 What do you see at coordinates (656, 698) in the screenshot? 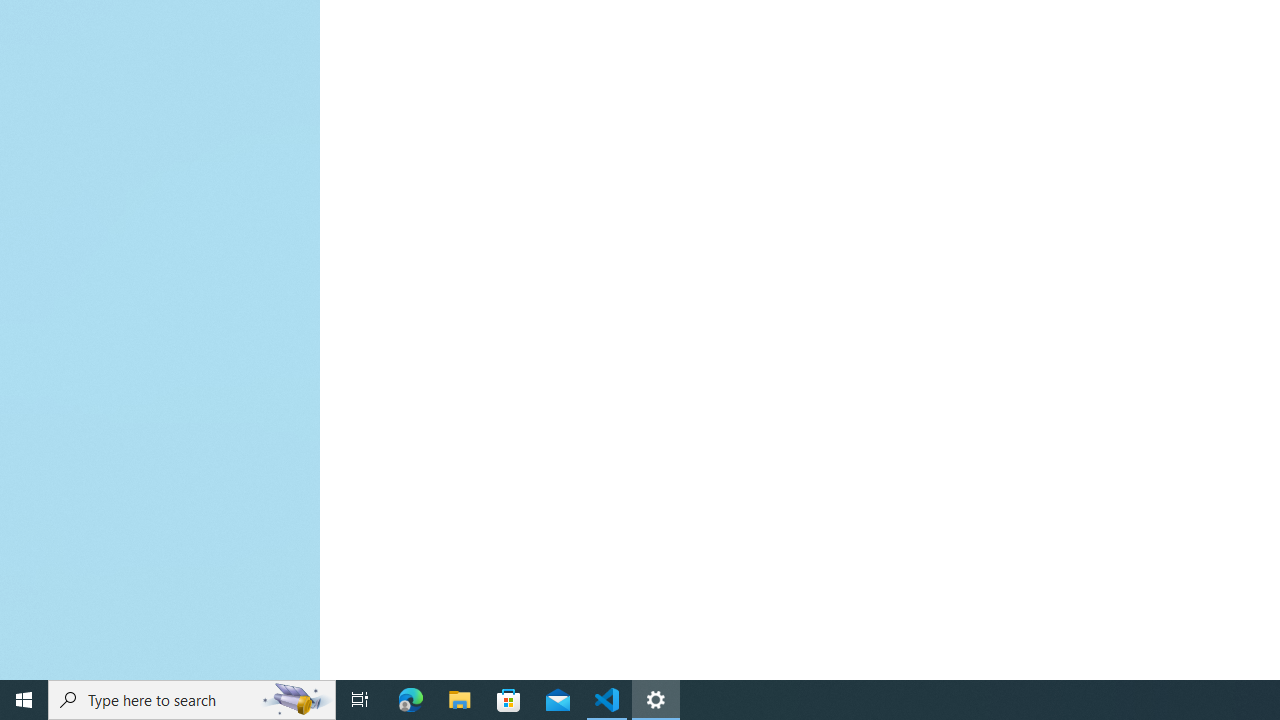
I see `'Settings - 1 running window'` at bounding box center [656, 698].